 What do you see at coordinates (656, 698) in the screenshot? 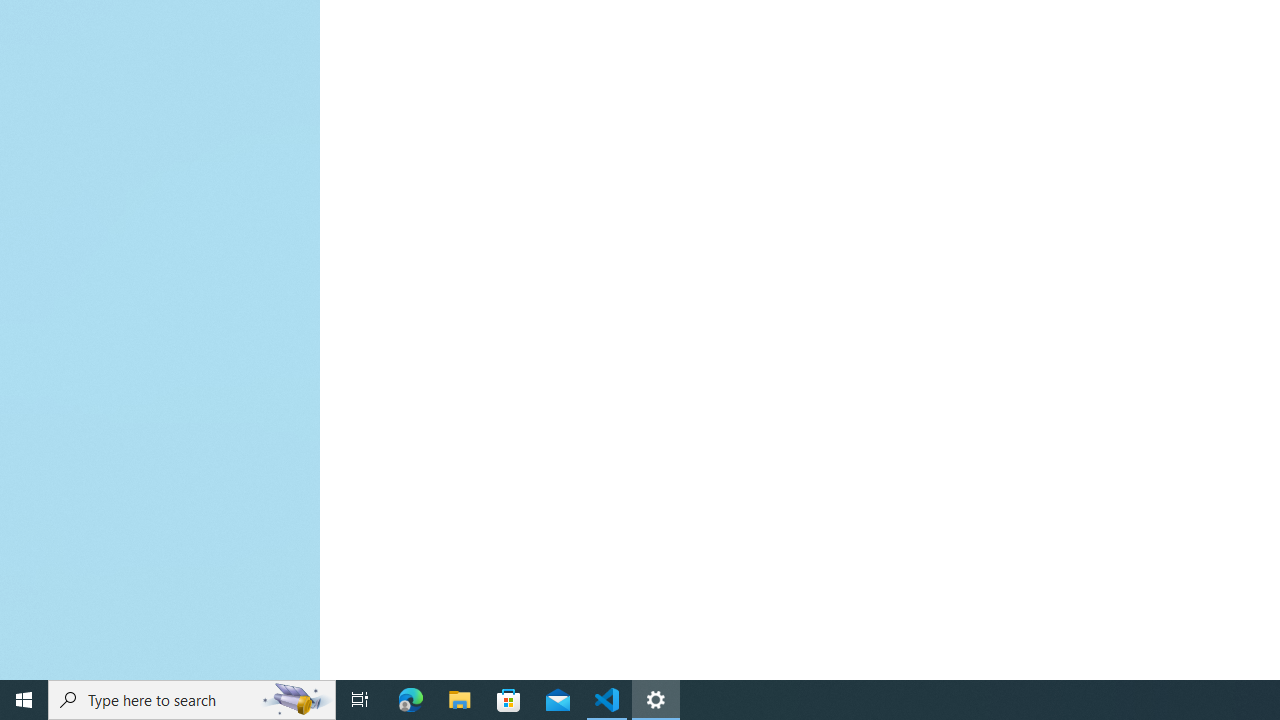
I see `'Settings - 1 running window'` at bounding box center [656, 698].